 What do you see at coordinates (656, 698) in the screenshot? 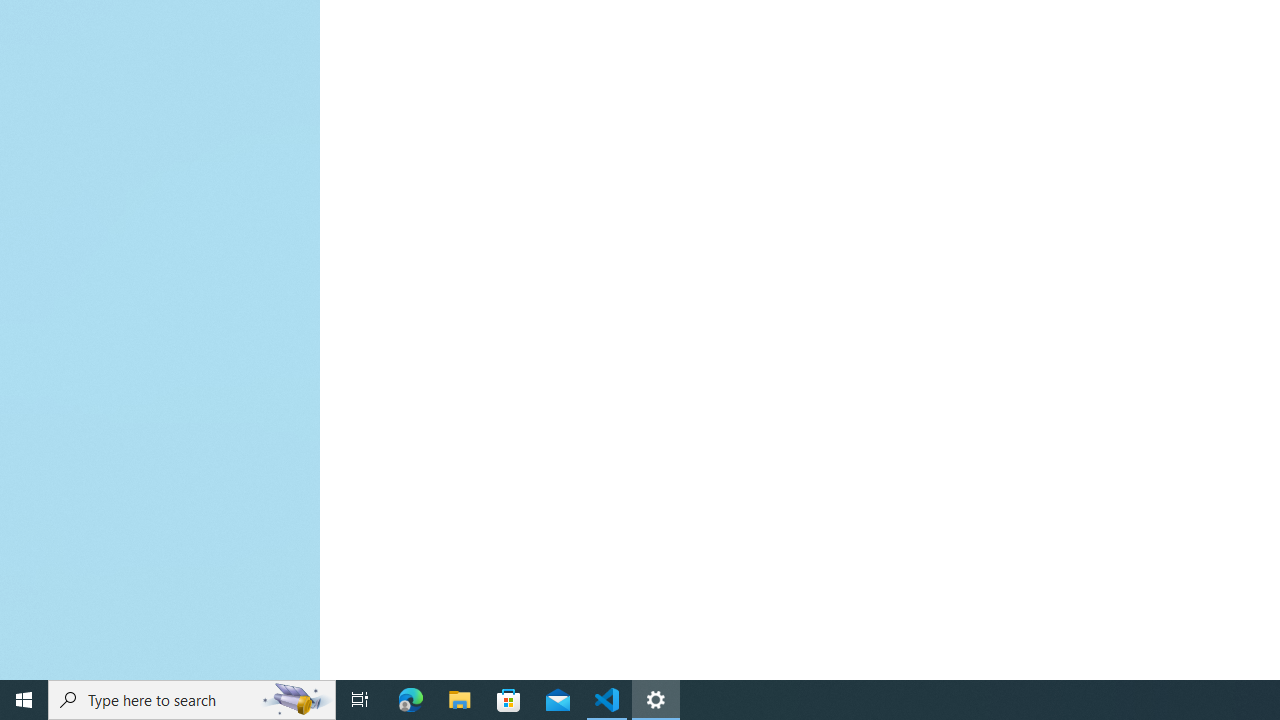
I see `'Settings - 1 running window'` at bounding box center [656, 698].